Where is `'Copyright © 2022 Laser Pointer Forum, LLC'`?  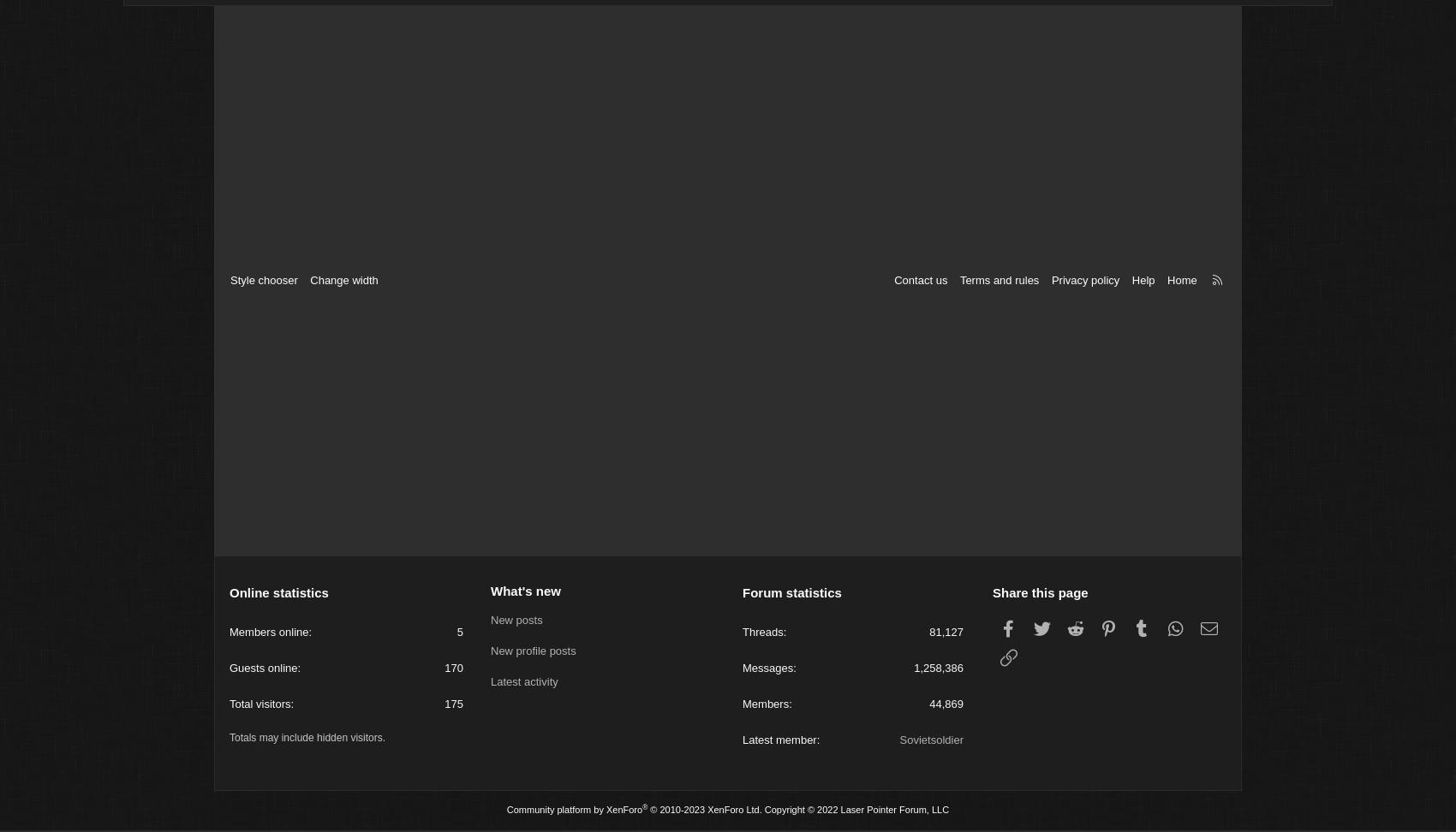 'Copyright © 2022 Laser Pointer Forum, LLC' is located at coordinates (761, 812).